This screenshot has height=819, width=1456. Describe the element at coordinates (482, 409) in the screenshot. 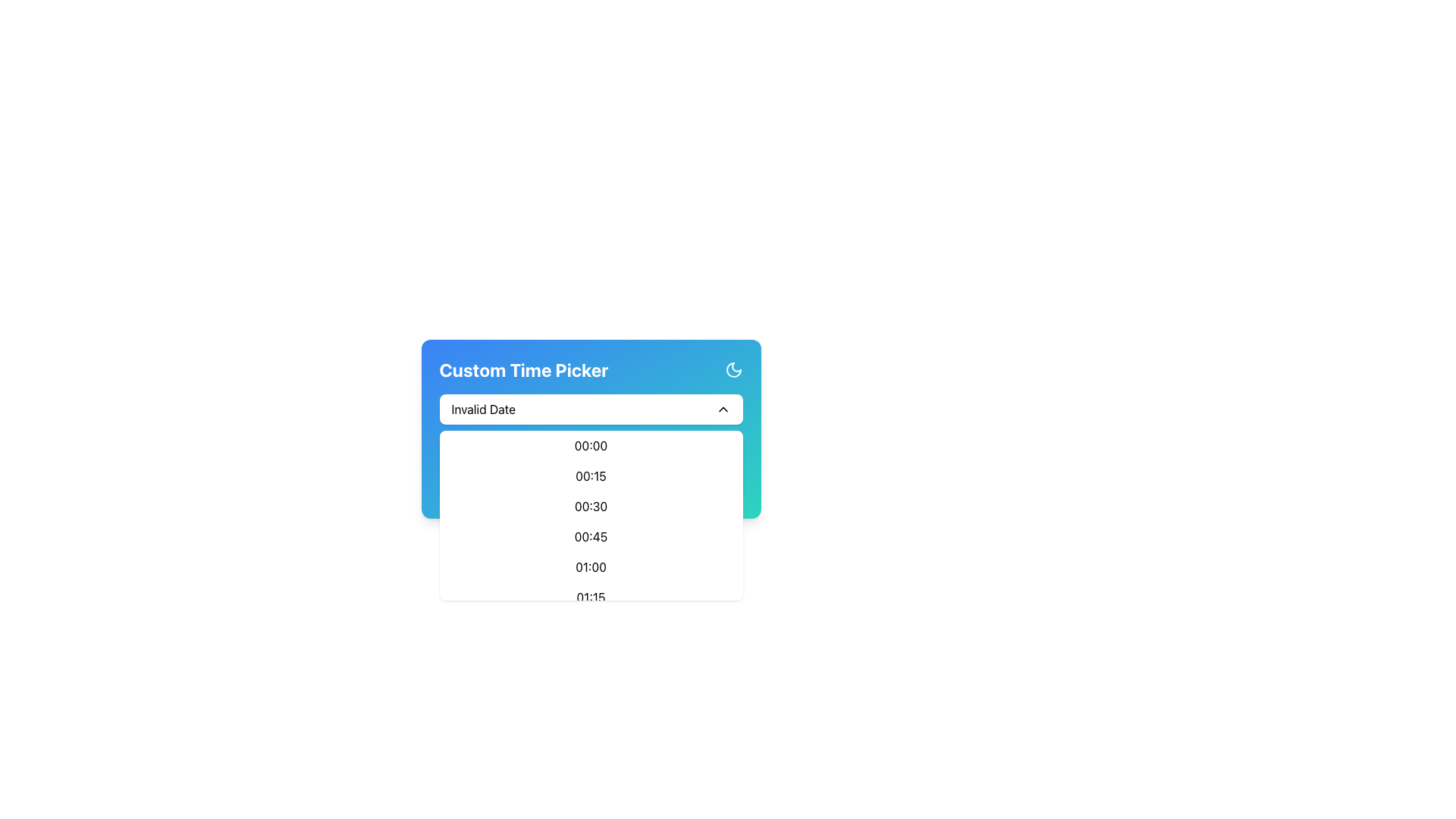

I see `the text label displaying 'Invalid Date' which is positioned inside the Custom Time Picker interface, located close to the center and to the left of a chevron icon` at that location.